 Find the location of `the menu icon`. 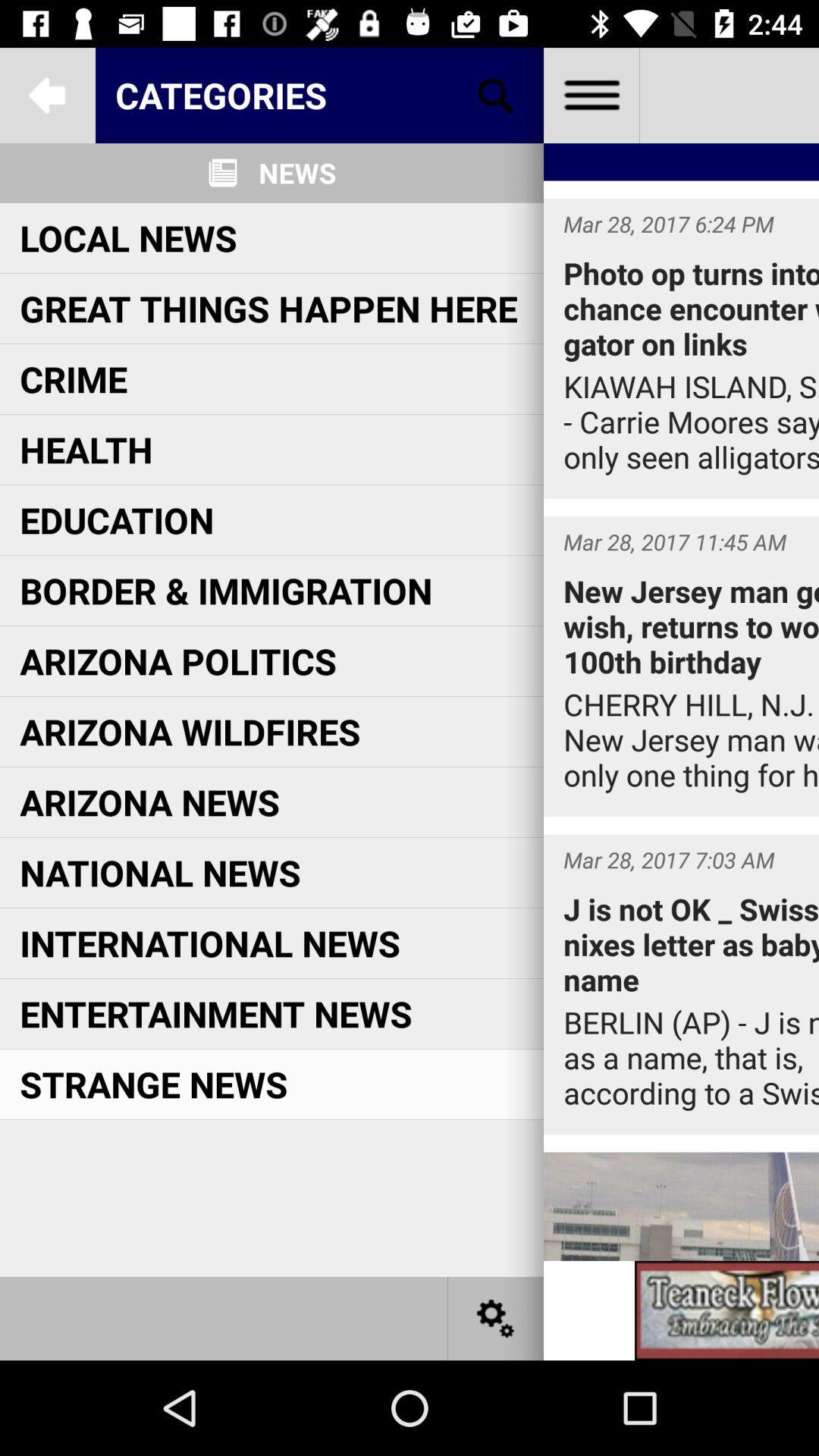

the menu icon is located at coordinates (590, 94).